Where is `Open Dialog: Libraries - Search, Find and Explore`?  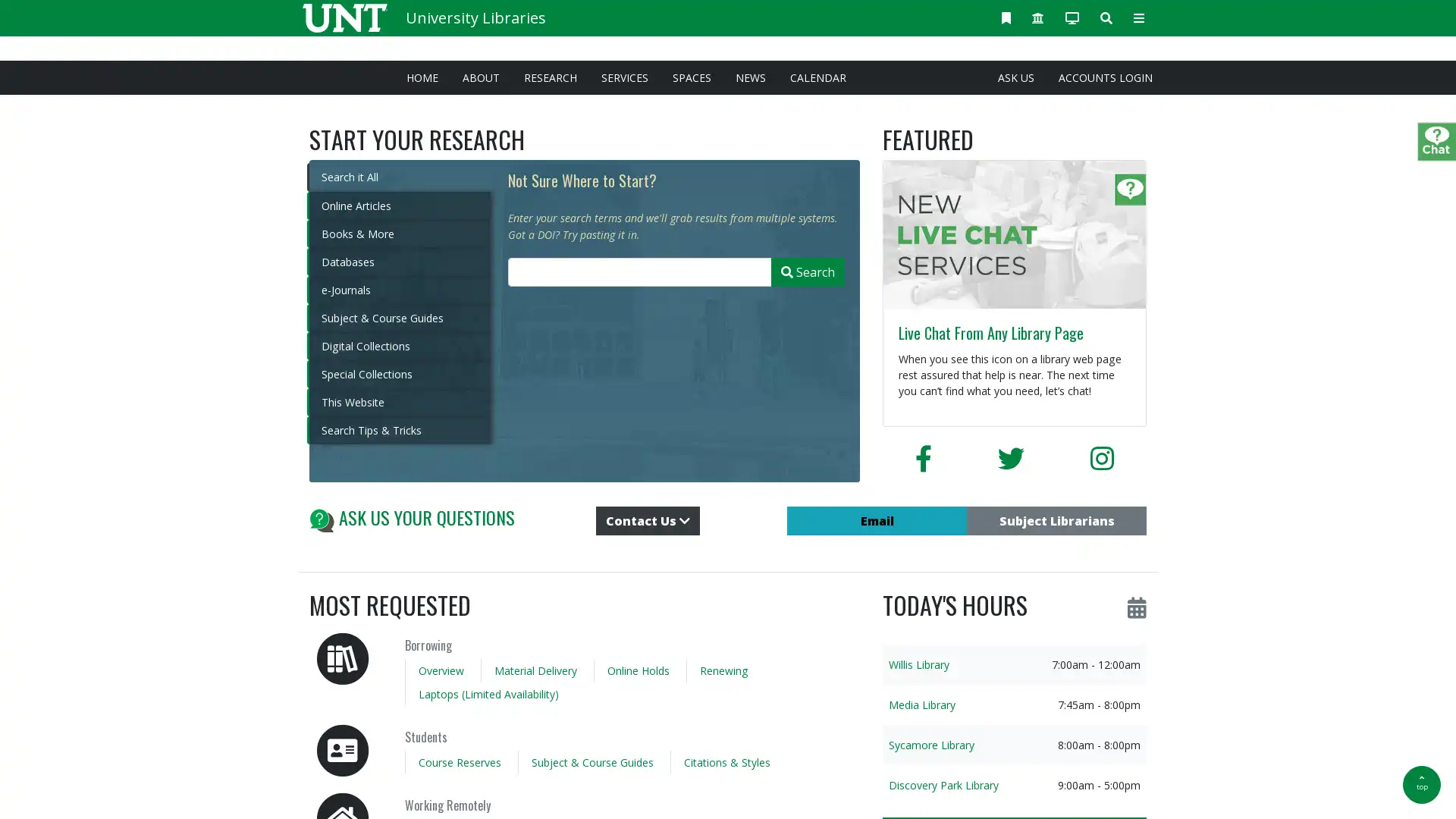 Open Dialog: Libraries - Search, Find and Explore is located at coordinates (1106, 17).